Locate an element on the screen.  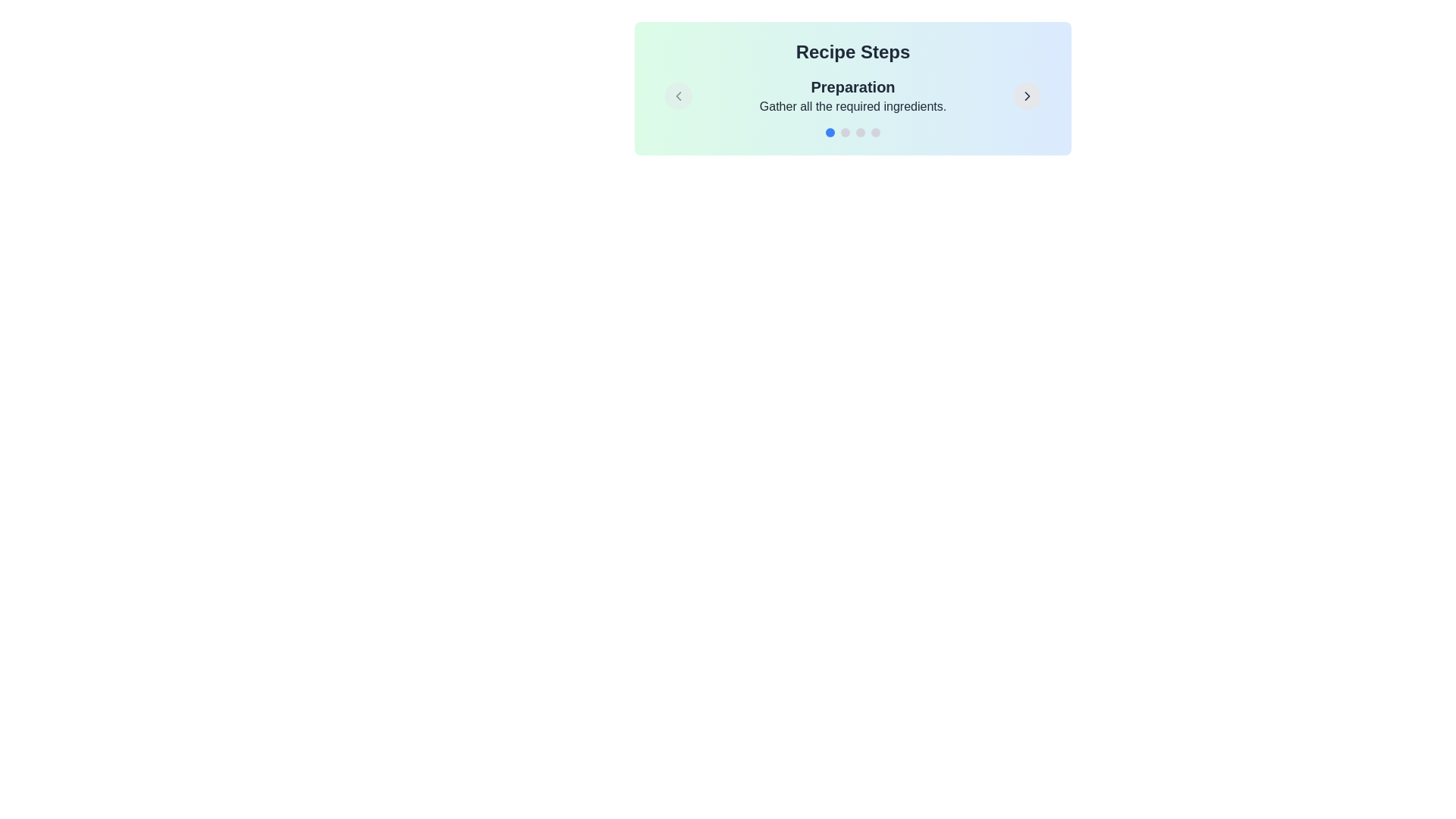
the first blue indicator dot located centrally below the 'Recipe Steps' and 'Preparation' headers, surrounded by gray dots is located at coordinates (829, 131).